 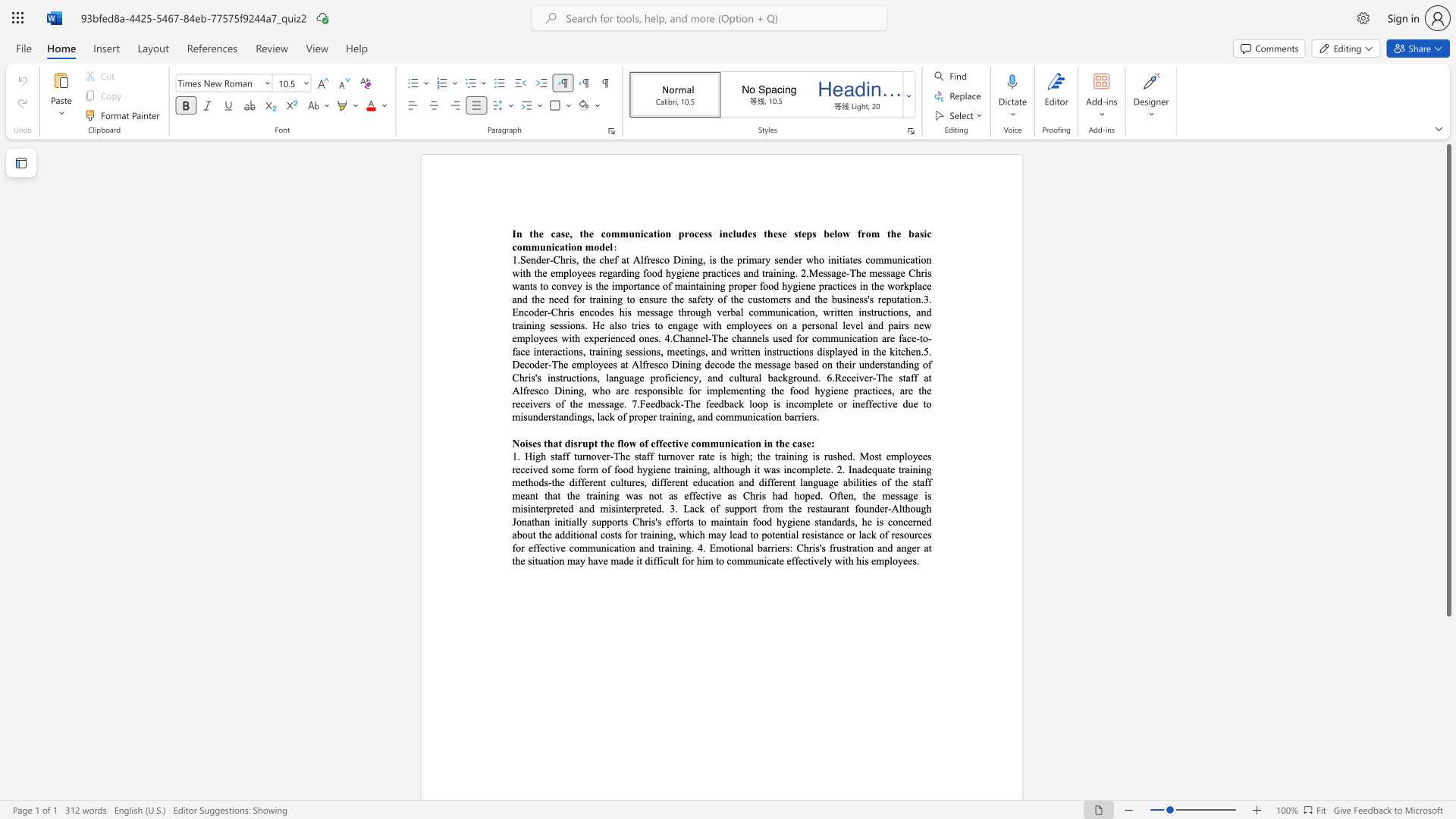 I want to click on the 4th character "t" in the text, so click(x=541, y=286).